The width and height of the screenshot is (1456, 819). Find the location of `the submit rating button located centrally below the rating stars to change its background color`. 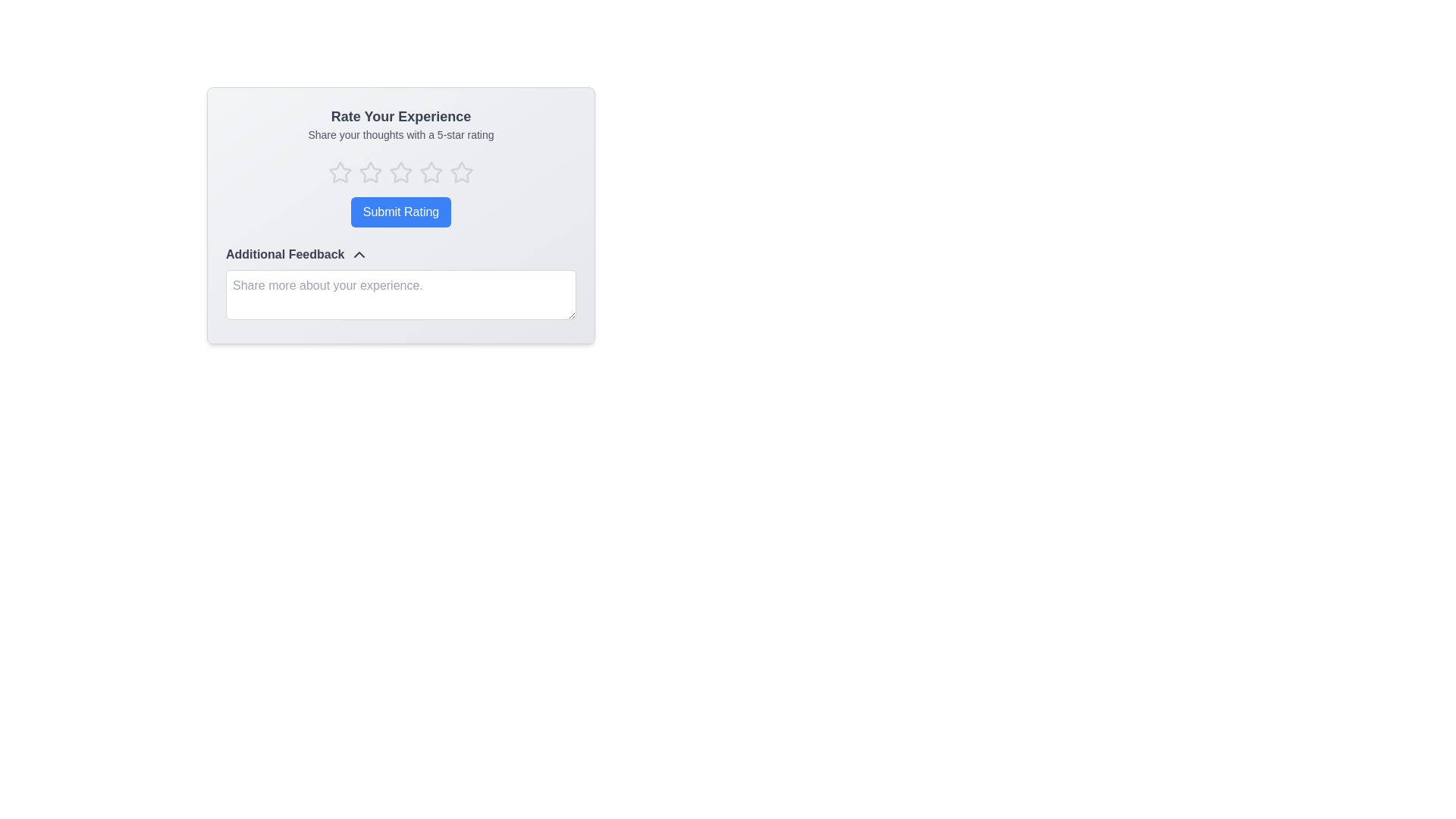

the submit rating button located centrally below the rating stars to change its background color is located at coordinates (400, 212).